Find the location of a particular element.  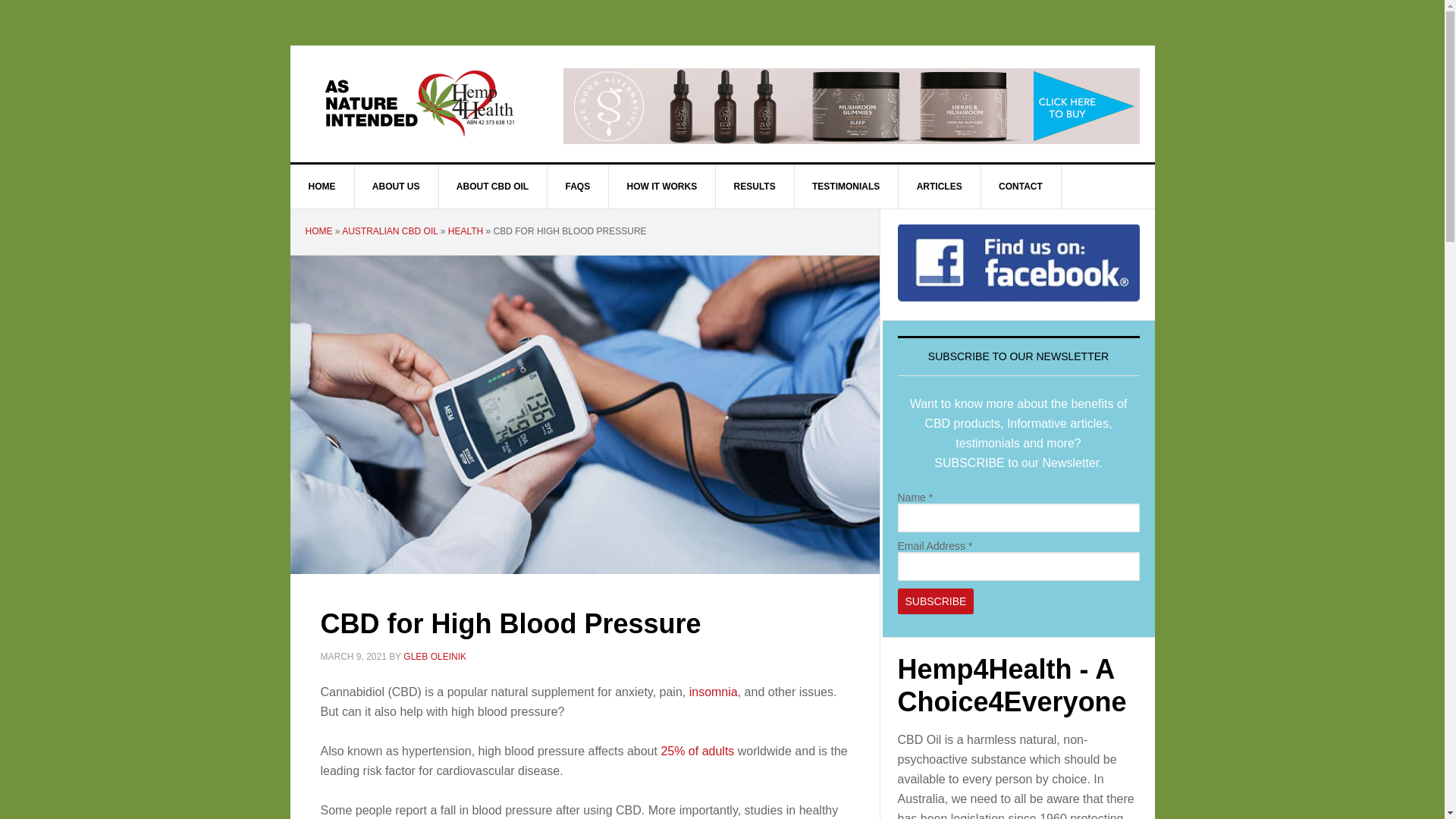

'insomnia' is located at coordinates (688, 692).